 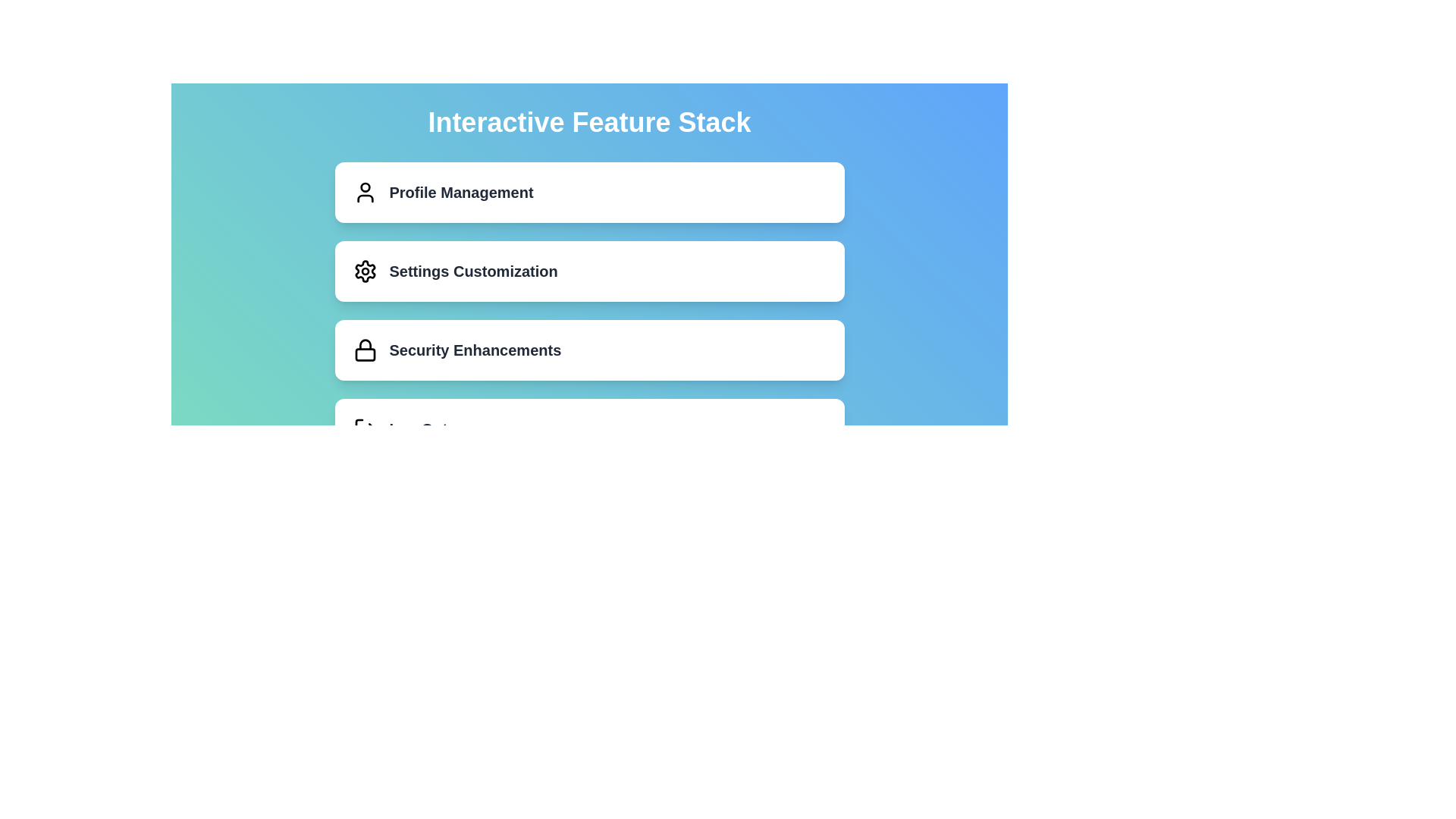 I want to click on the 'Security Enhancements' text label, so click(x=474, y=350).